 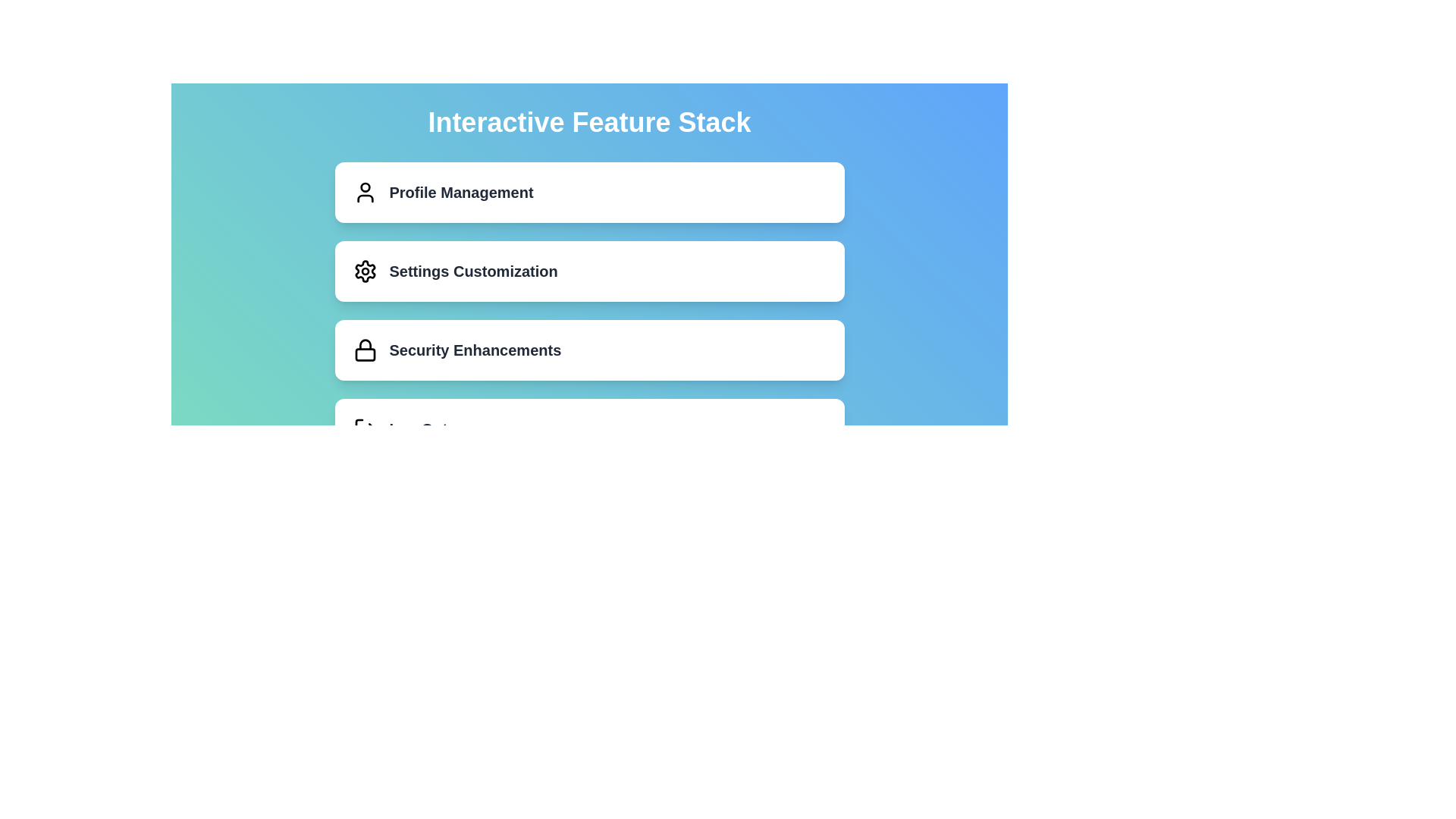 I want to click on the 'Security Enhancements' text label, so click(x=474, y=350).